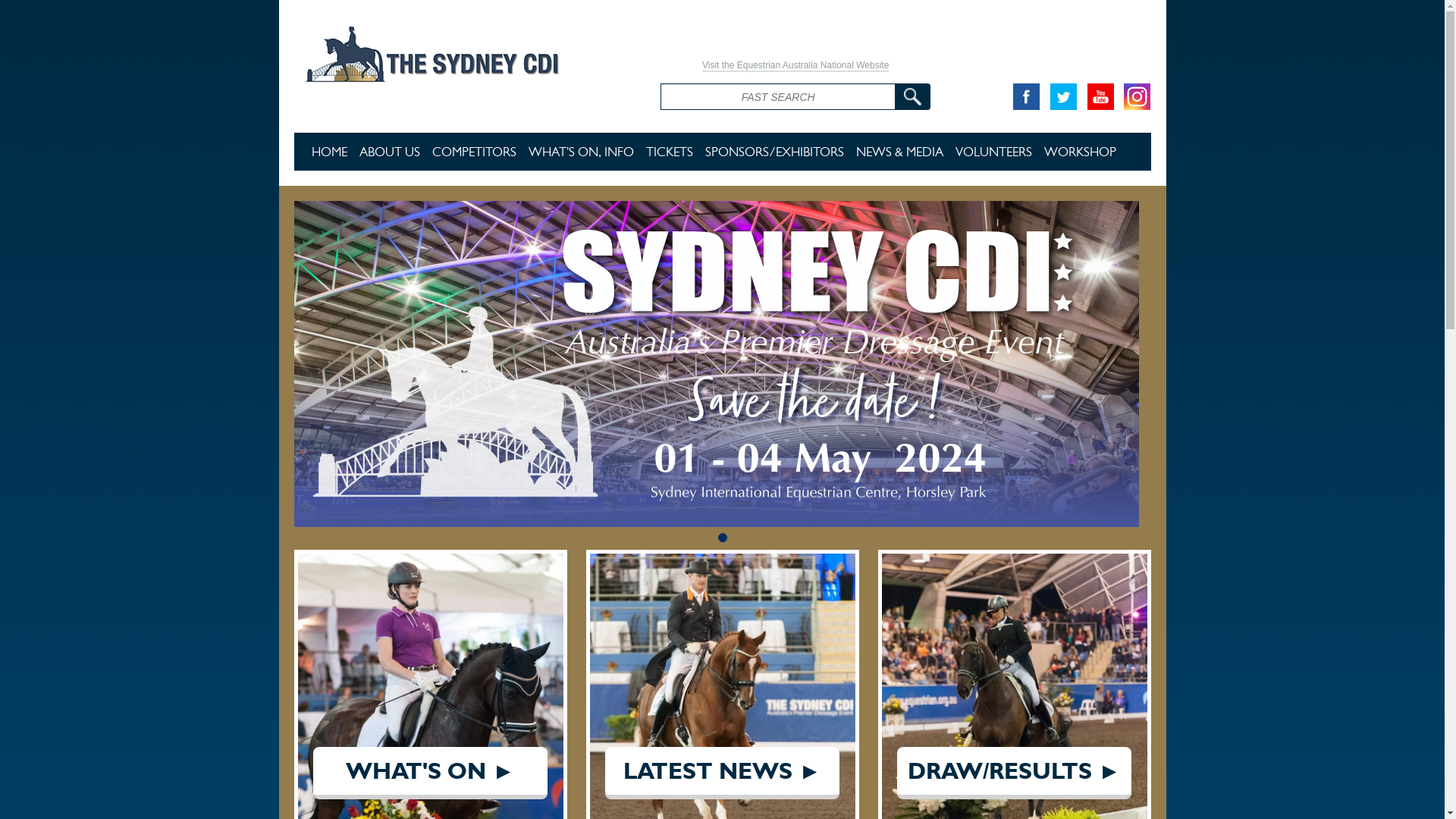 The height and width of the screenshot is (819, 1456). Describe the element at coordinates (304, 152) in the screenshot. I see `'HOME'` at that location.